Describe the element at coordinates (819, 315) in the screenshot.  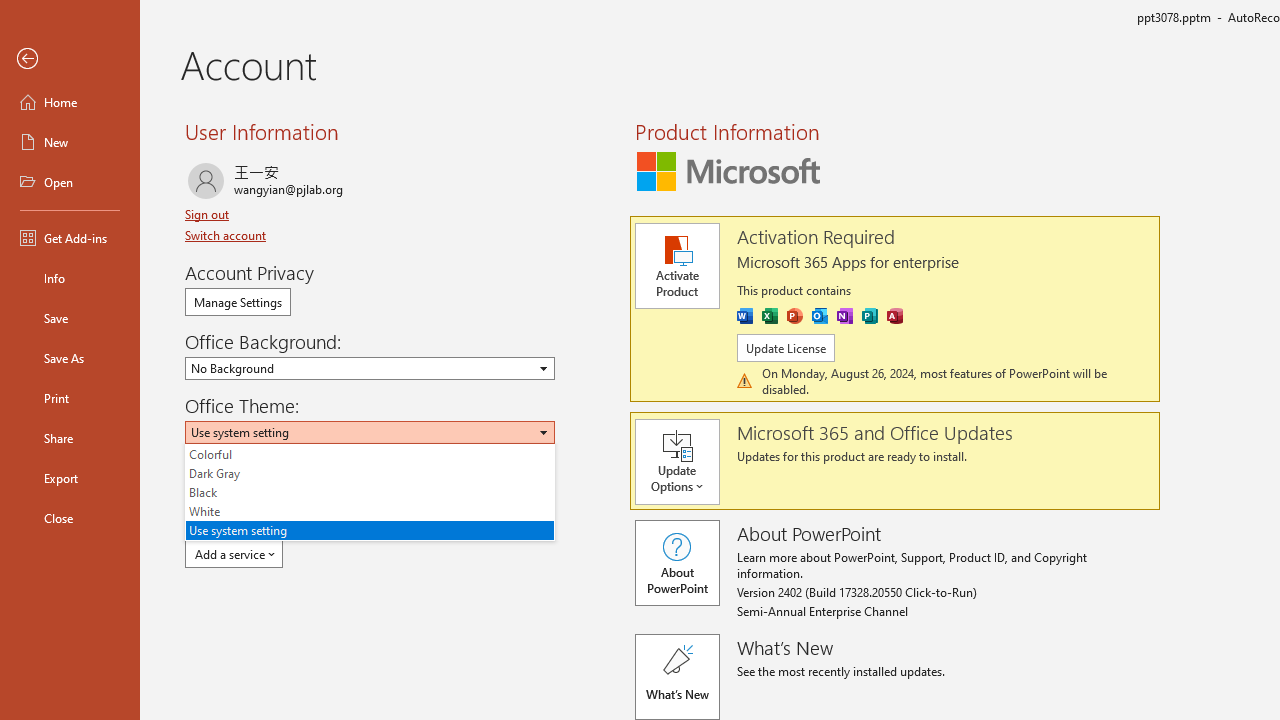
I see `'Outlook'` at that location.